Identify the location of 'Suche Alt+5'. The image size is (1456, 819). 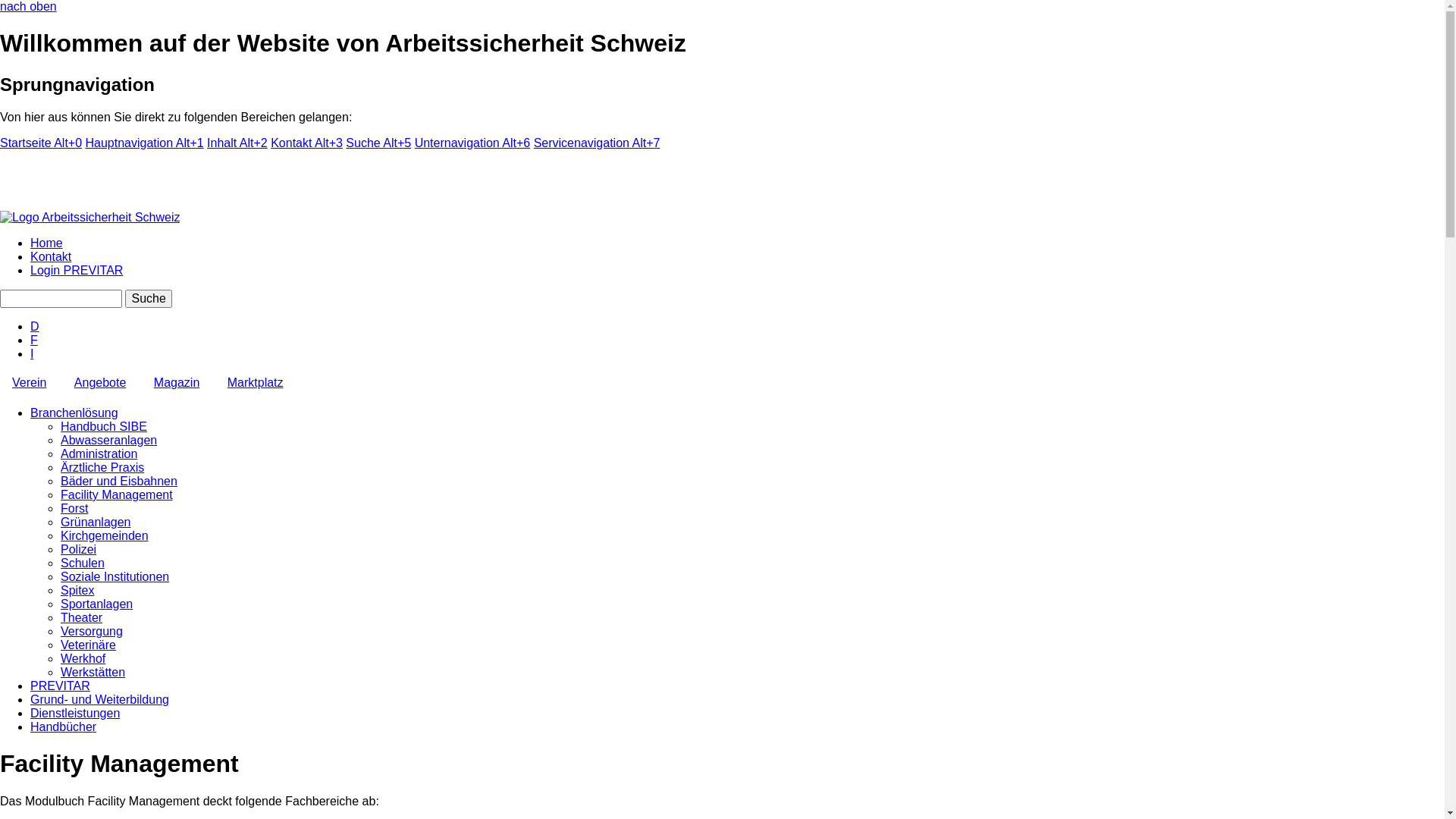
(345, 143).